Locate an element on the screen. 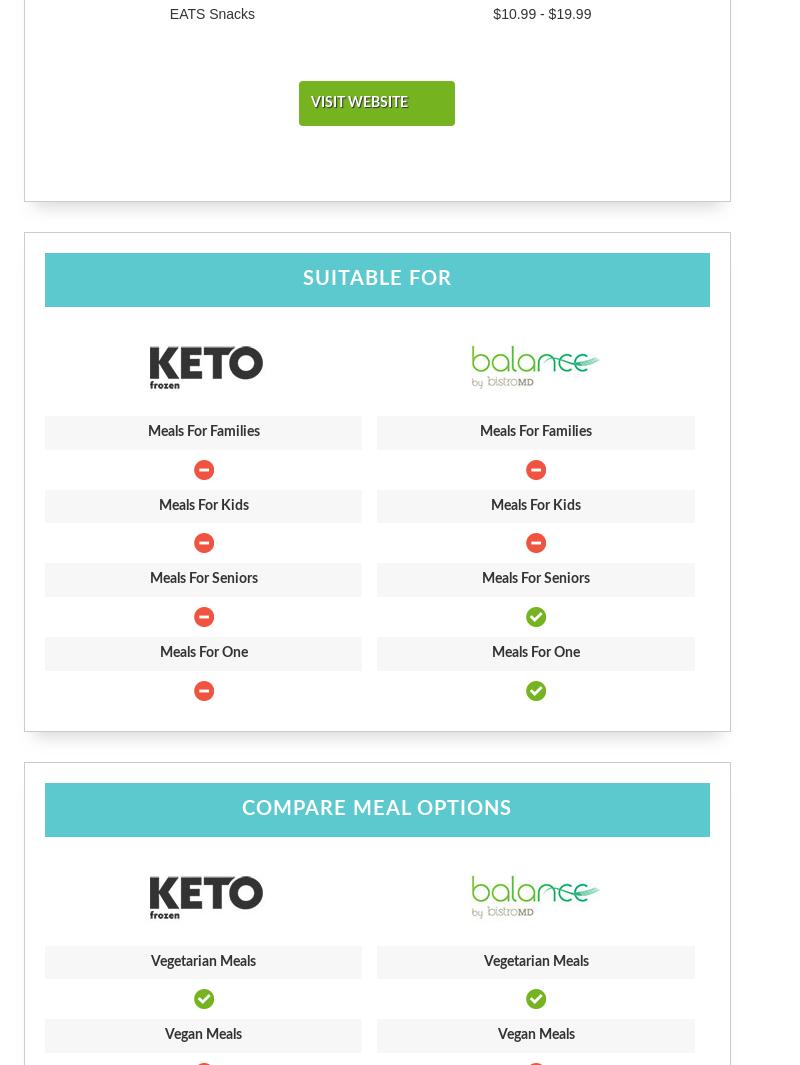 This screenshot has width=800, height=1065. 'Compare Meal Options' is located at coordinates (376, 808).